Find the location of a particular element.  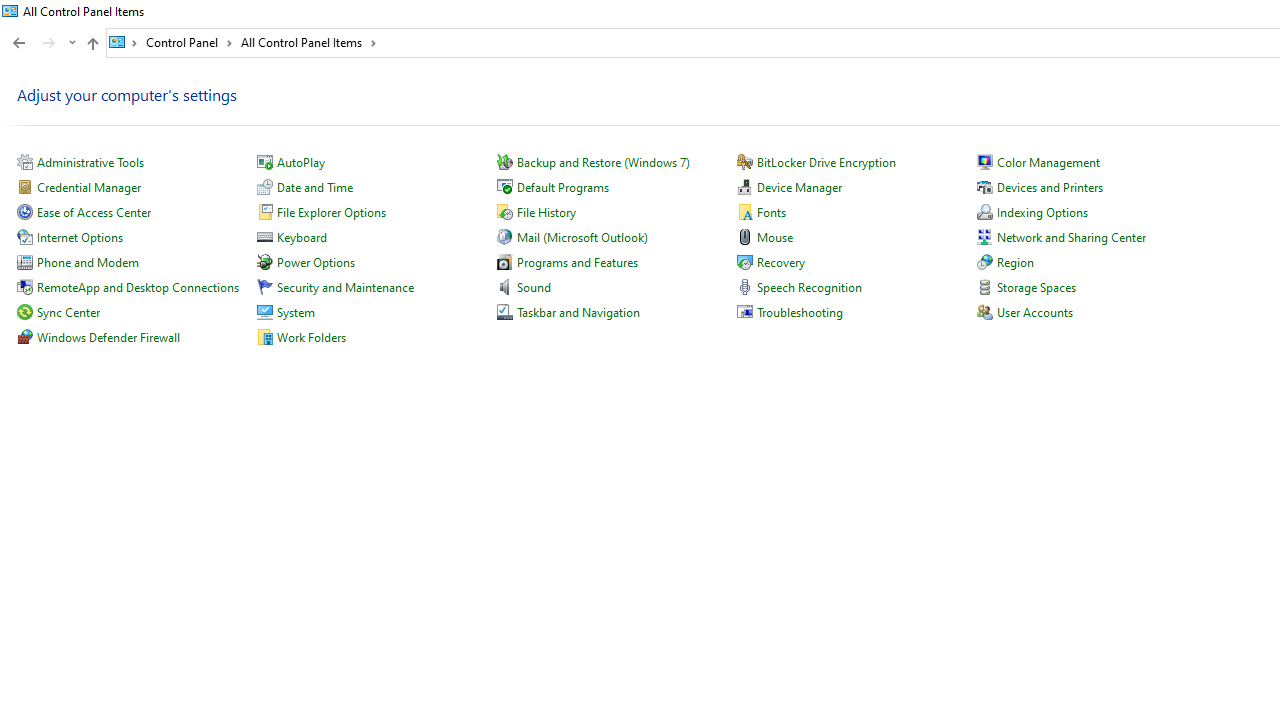

'Device Manager' is located at coordinates (798, 187).